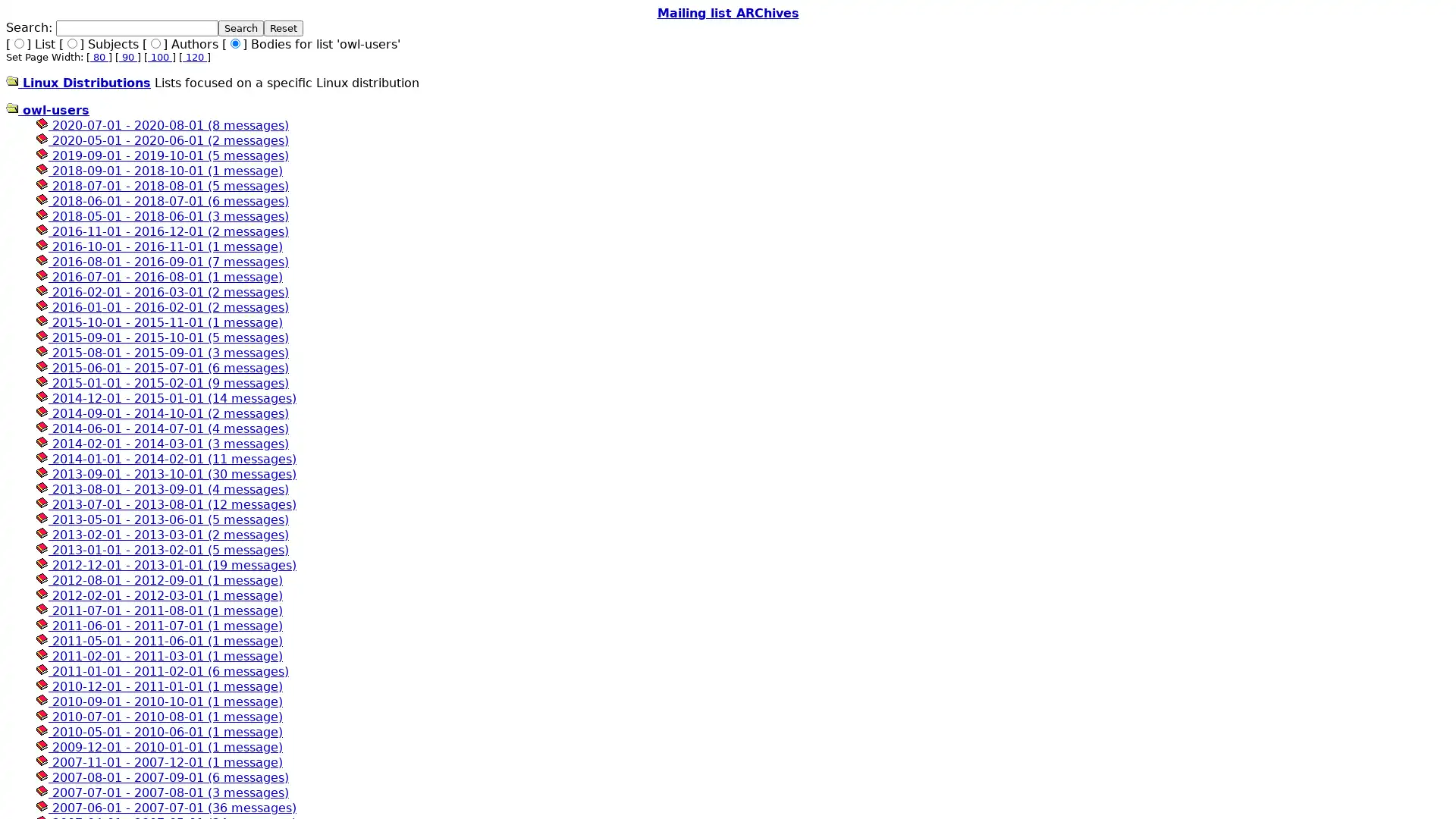  Describe the element at coordinates (240, 28) in the screenshot. I see `Search` at that location.